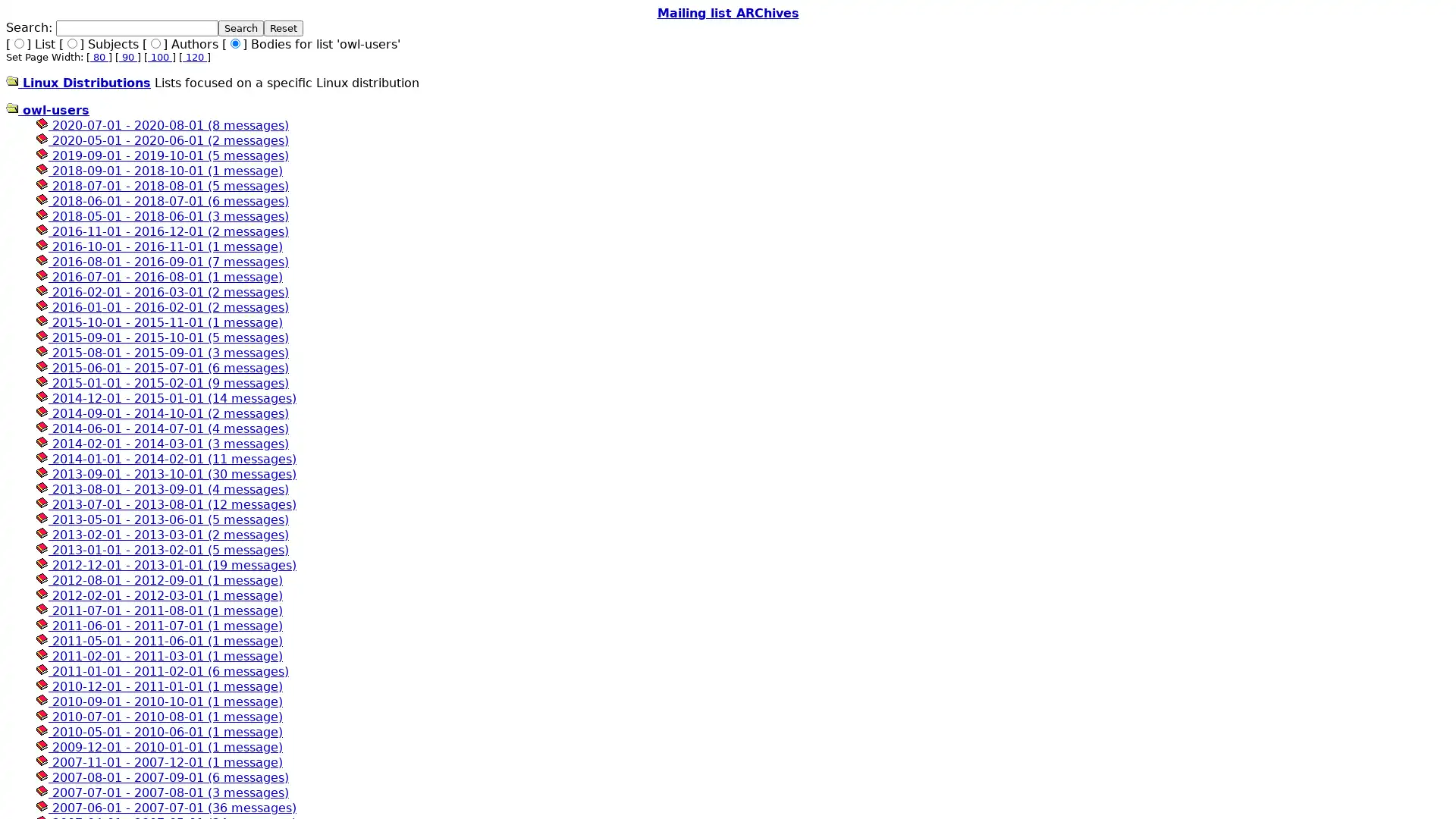  Describe the element at coordinates (240, 28) in the screenshot. I see `Search` at that location.